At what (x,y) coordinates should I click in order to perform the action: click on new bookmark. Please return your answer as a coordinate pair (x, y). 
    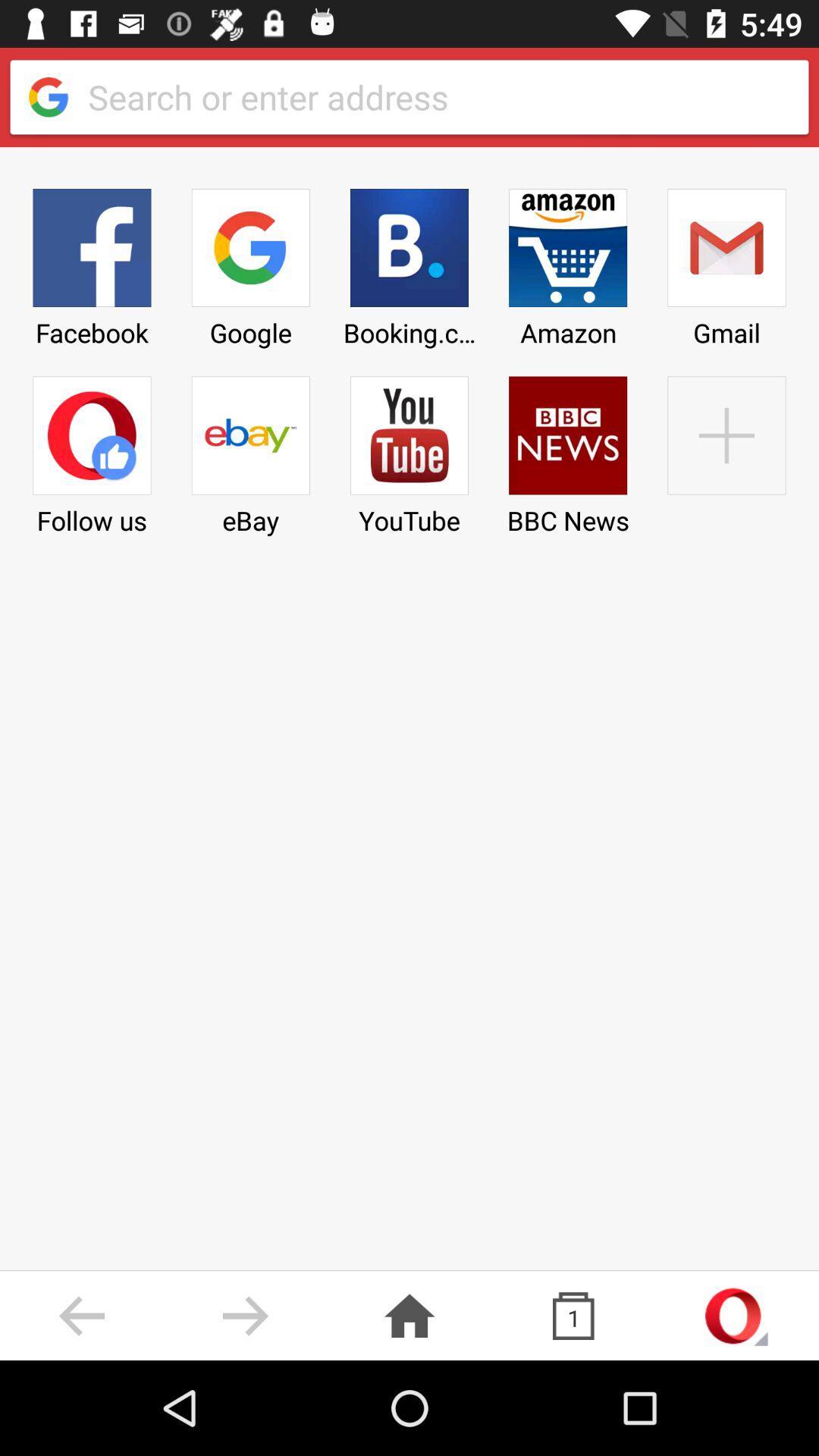
    Looking at the image, I should click on (726, 450).